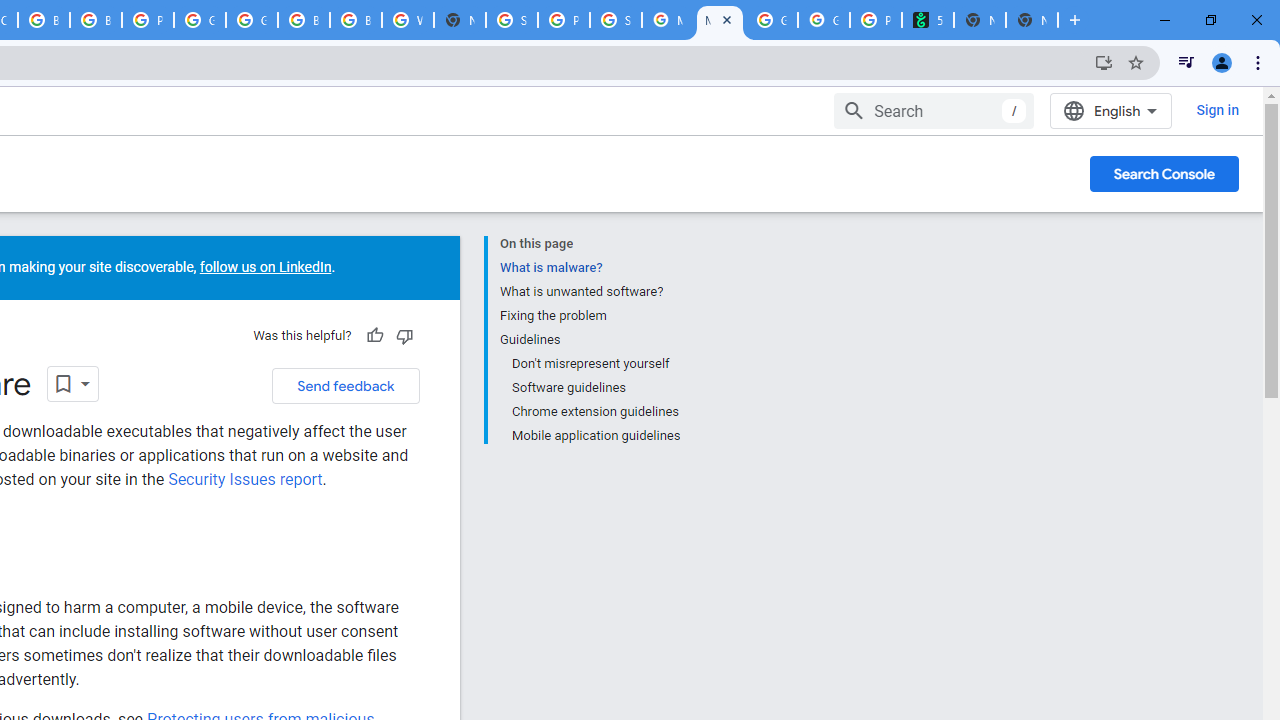  I want to click on 'Fixing the problem', so click(588, 315).